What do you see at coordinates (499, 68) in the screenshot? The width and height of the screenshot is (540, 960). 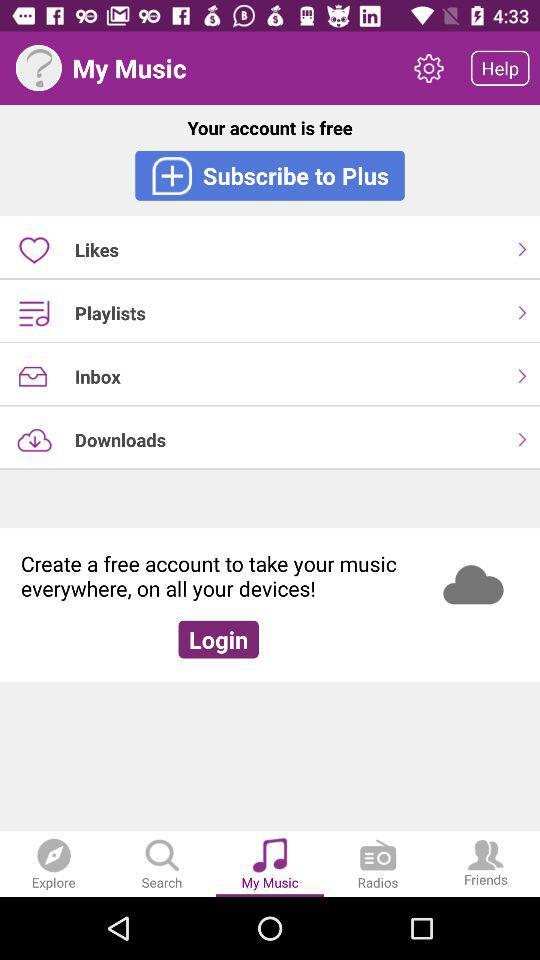 I see `icon above the your account is icon` at bounding box center [499, 68].